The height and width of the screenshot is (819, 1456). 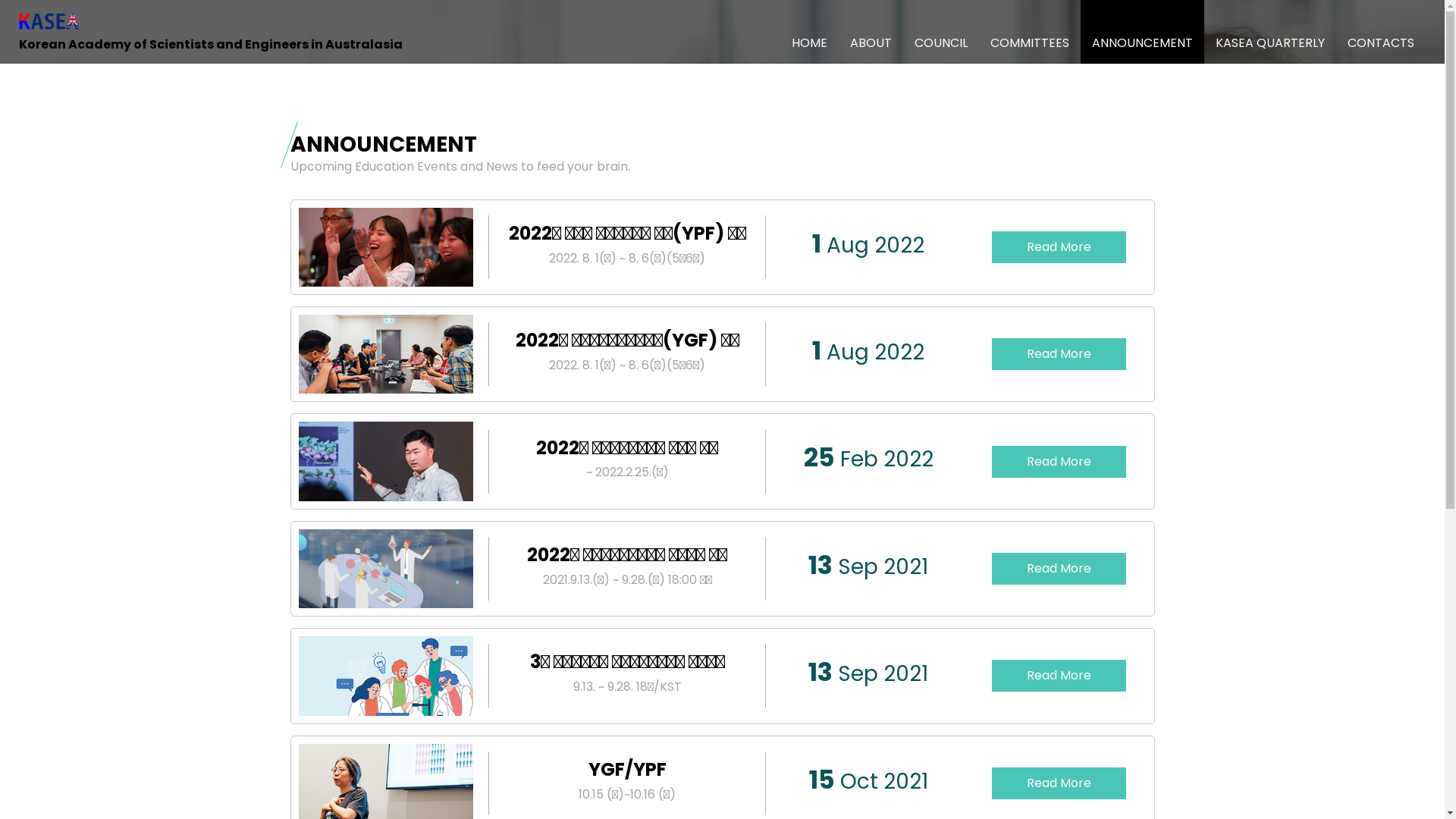 What do you see at coordinates (780, 32) in the screenshot?
I see `'HOME'` at bounding box center [780, 32].